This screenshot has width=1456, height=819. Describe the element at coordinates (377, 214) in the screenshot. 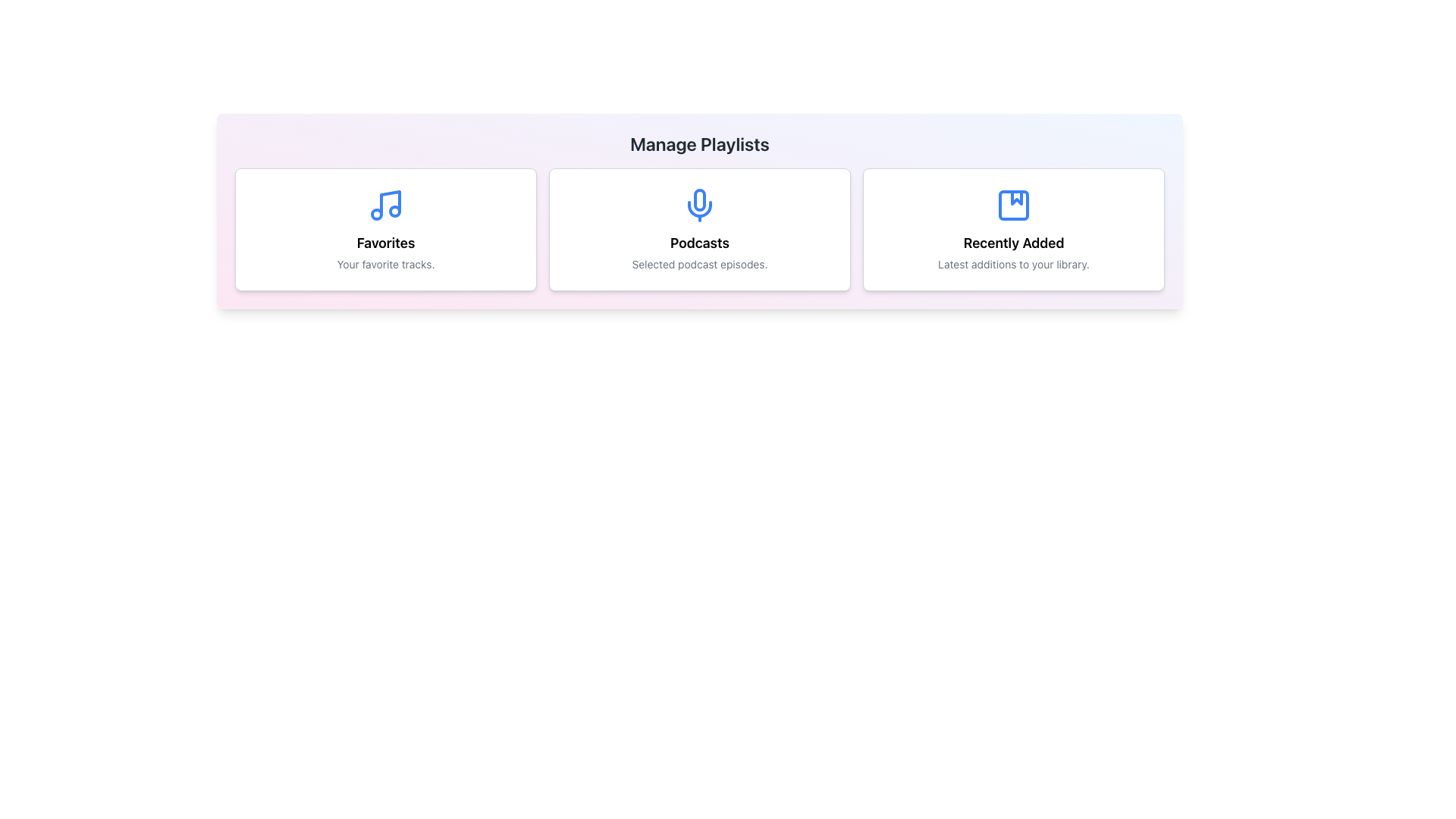

I see `the small circular shape located at the bottom-left of the musical note icon in the 'Favorites' tile within the 'Manage Playlists' section` at that location.